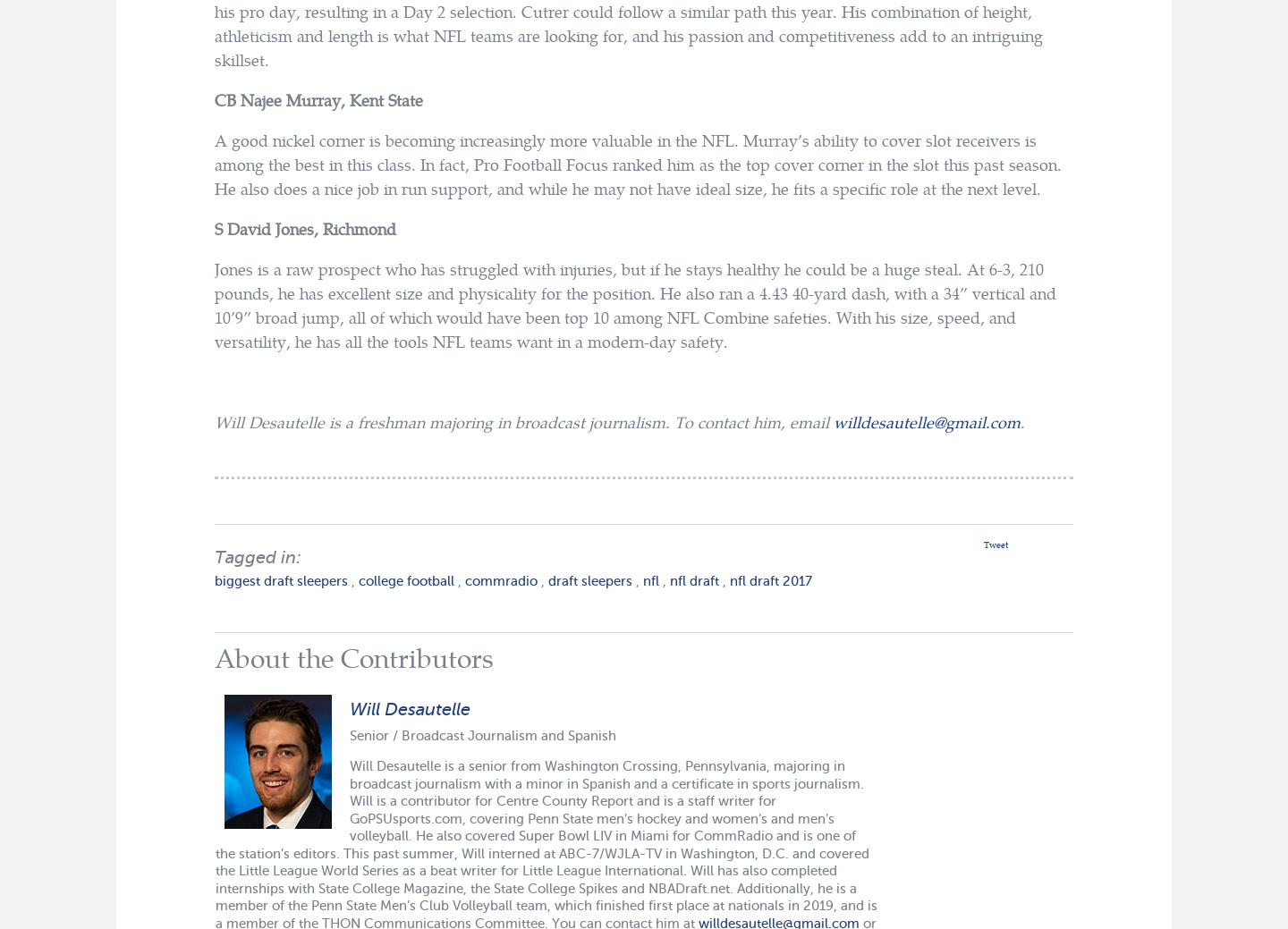  What do you see at coordinates (523, 420) in the screenshot?
I see `'Will Desautelle is a freshman majoring in broadcast journalism. To contact him, email'` at bounding box center [523, 420].